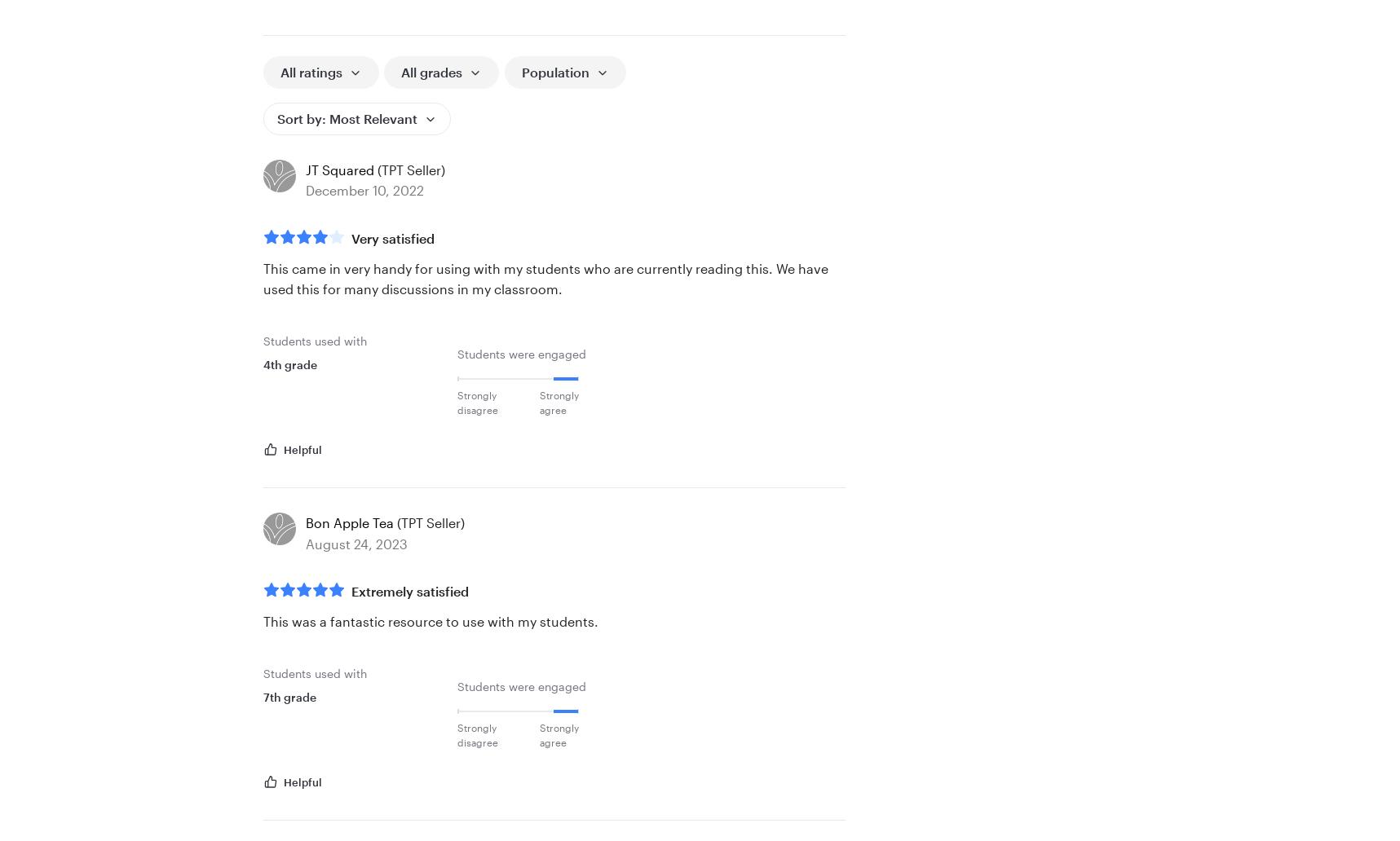  I want to click on 'Population', so click(554, 71).